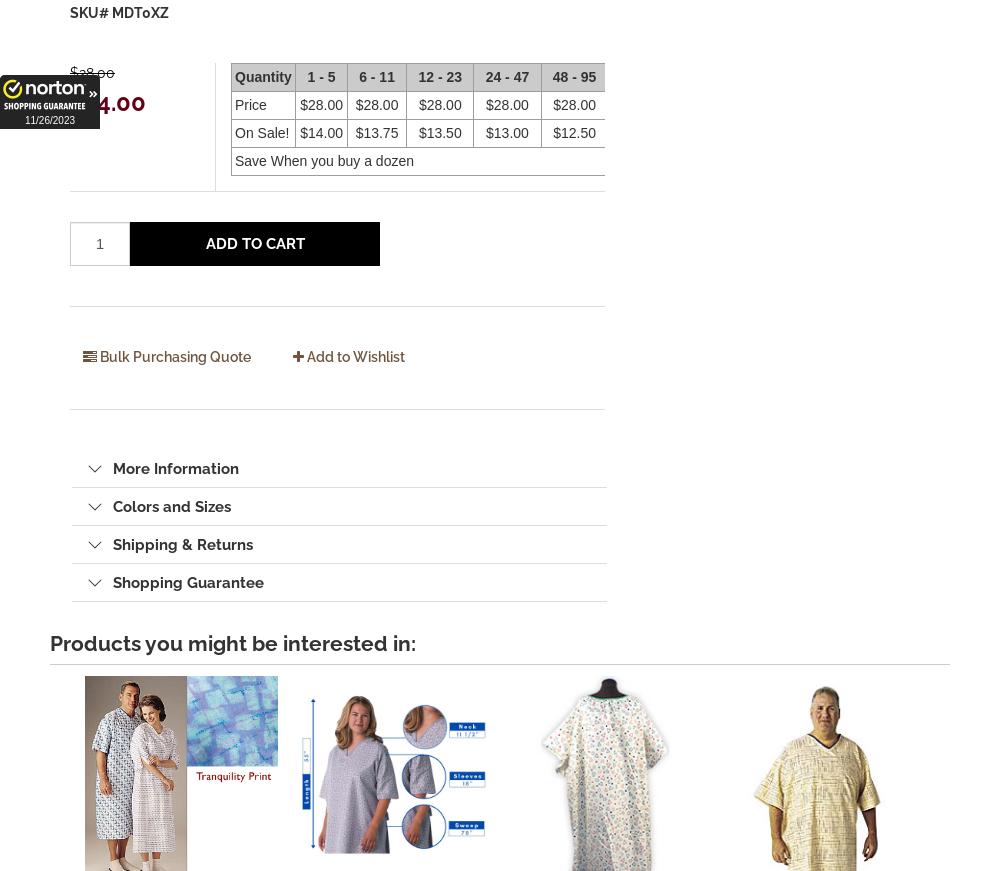 This screenshot has width=1000, height=871. What do you see at coordinates (633, 132) in the screenshot?
I see `'$12.00'` at bounding box center [633, 132].